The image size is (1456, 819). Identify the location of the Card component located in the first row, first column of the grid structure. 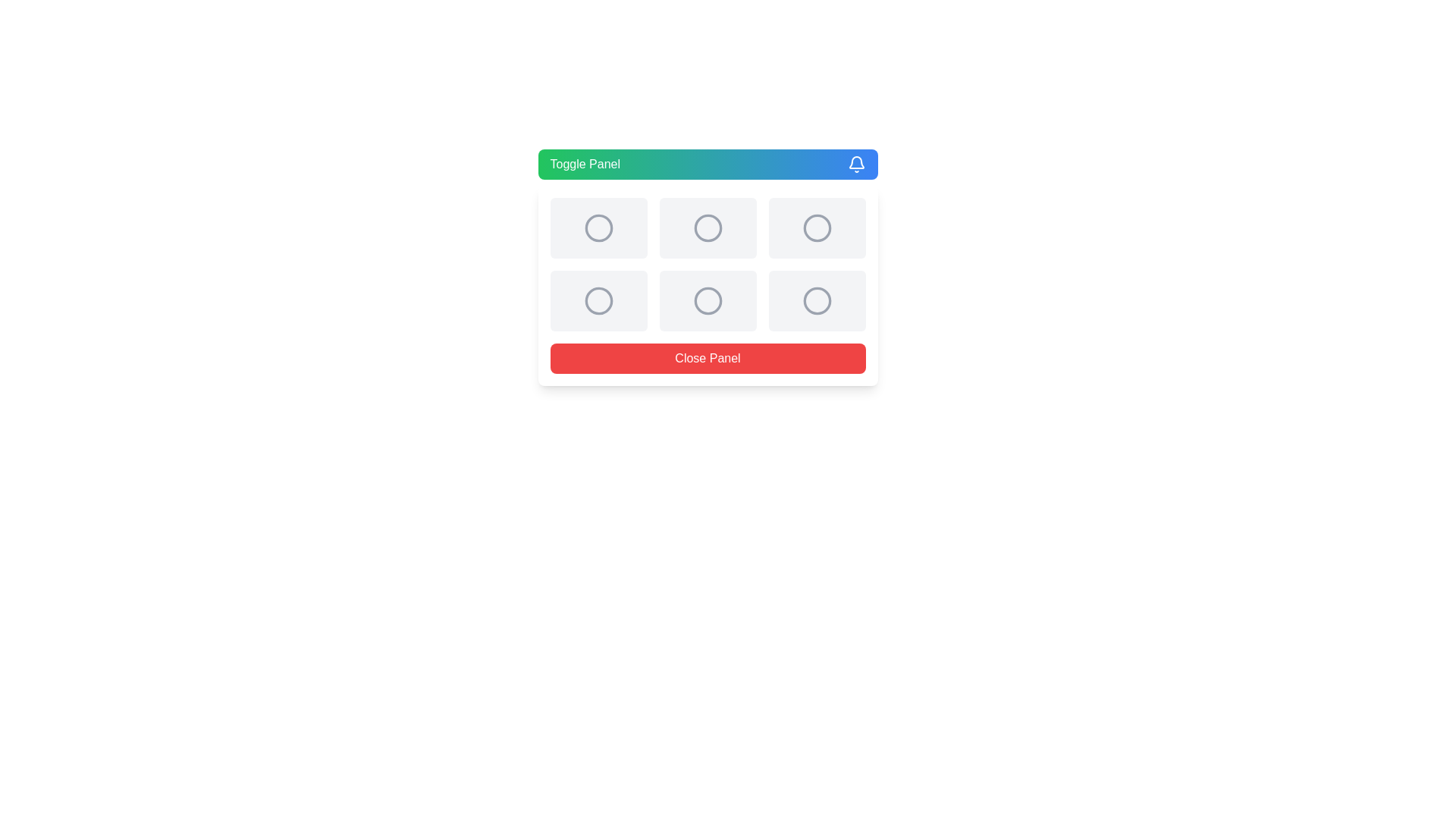
(598, 227).